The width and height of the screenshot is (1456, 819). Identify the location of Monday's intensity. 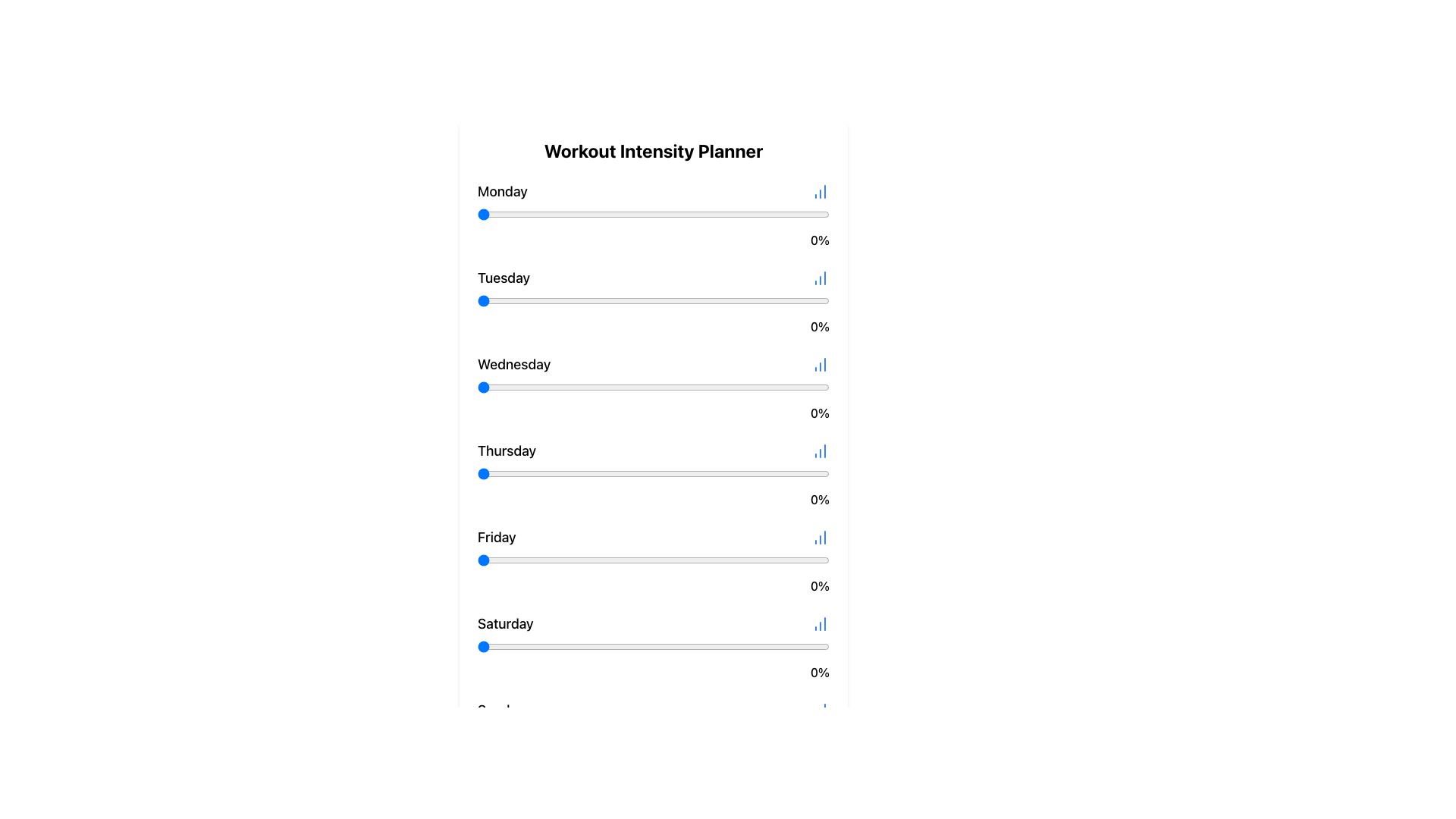
(688, 214).